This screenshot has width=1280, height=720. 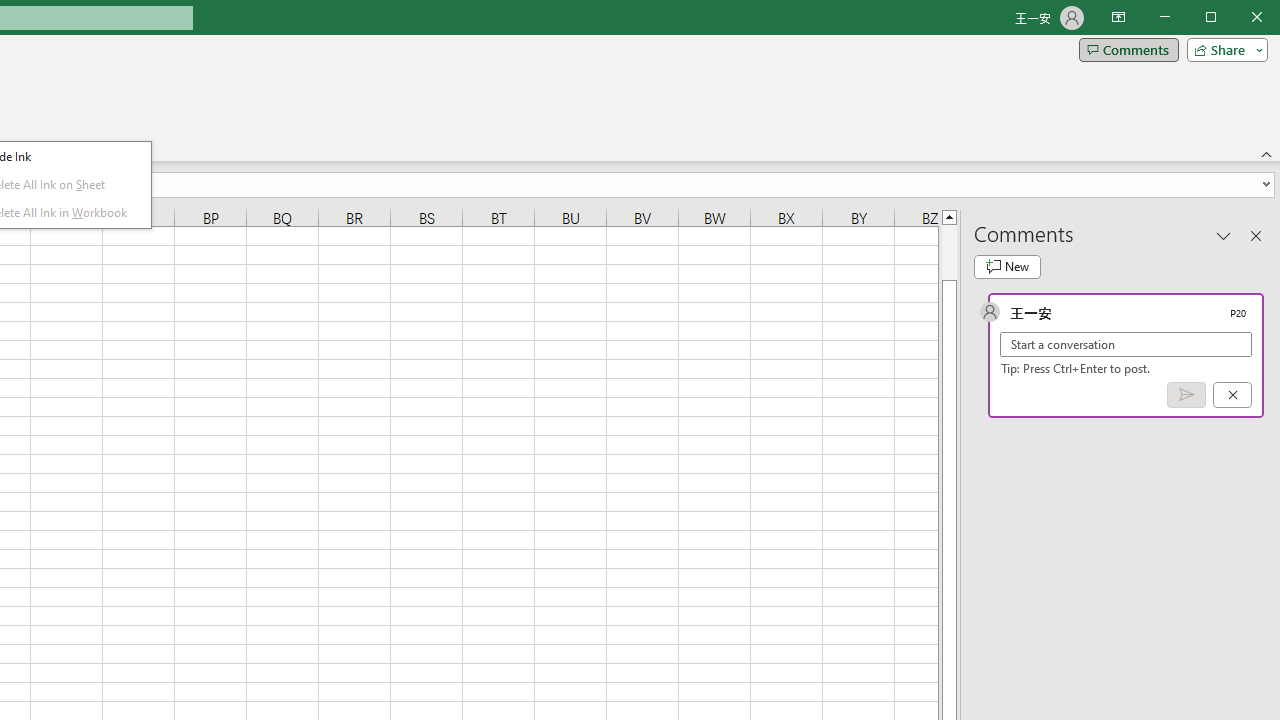 What do you see at coordinates (1186, 395) in the screenshot?
I see `'Post comment (Ctrl + Enter)'` at bounding box center [1186, 395].